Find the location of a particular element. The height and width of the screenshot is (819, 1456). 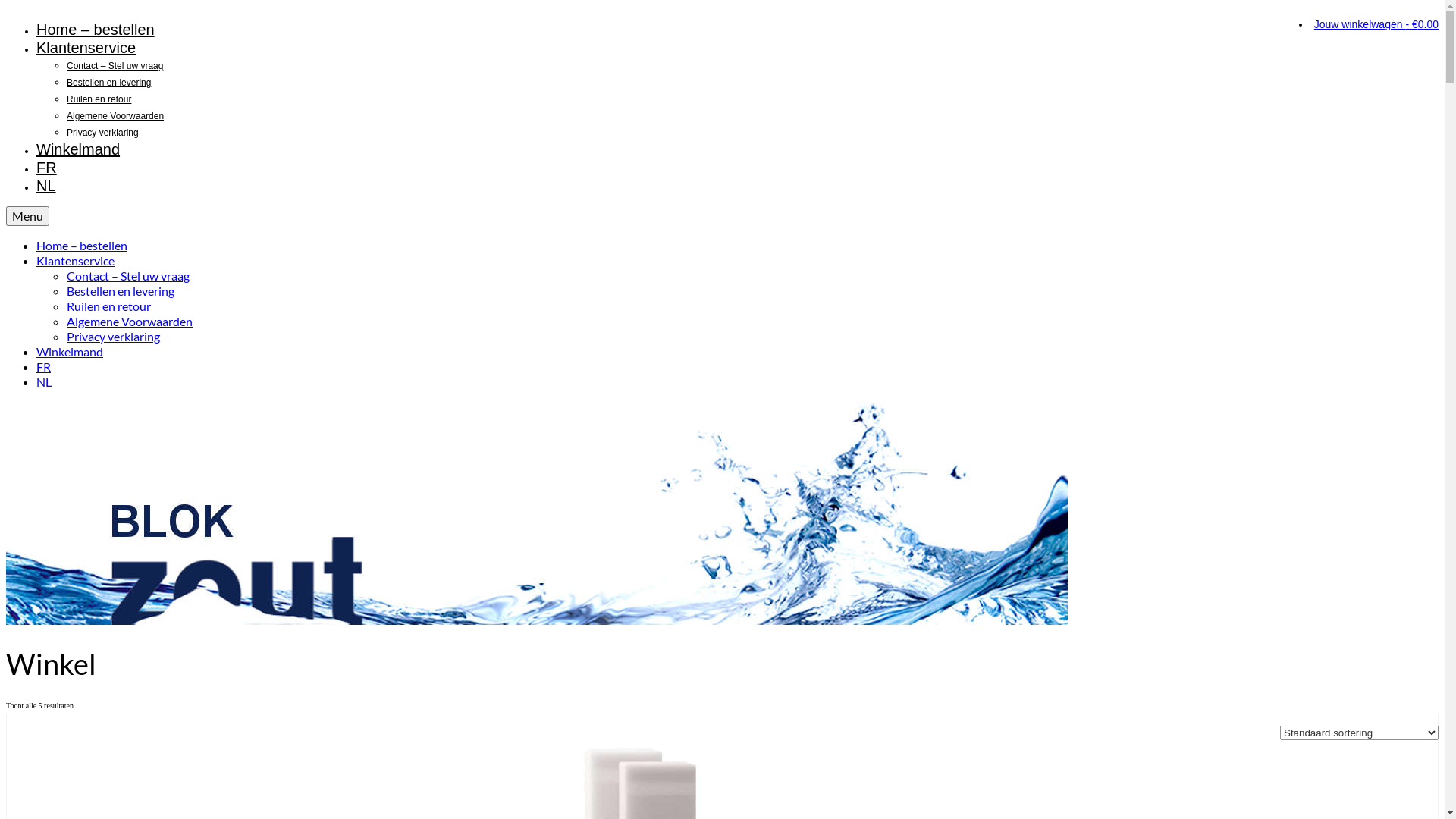

'Menu' is located at coordinates (27, 216).